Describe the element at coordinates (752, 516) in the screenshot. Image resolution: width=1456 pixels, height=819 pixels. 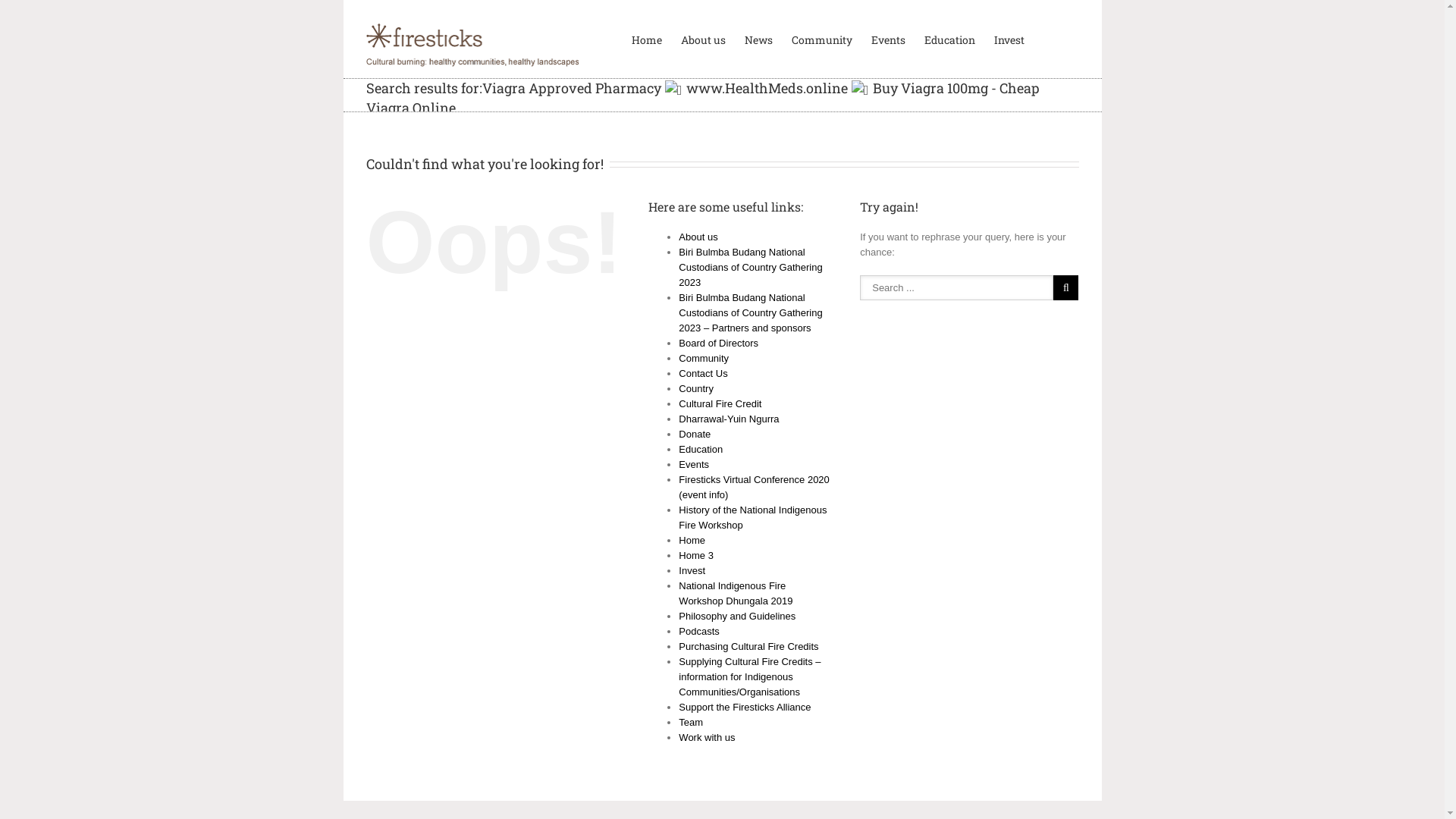
I see `'History of the National Indigenous Fire Workshop'` at that location.